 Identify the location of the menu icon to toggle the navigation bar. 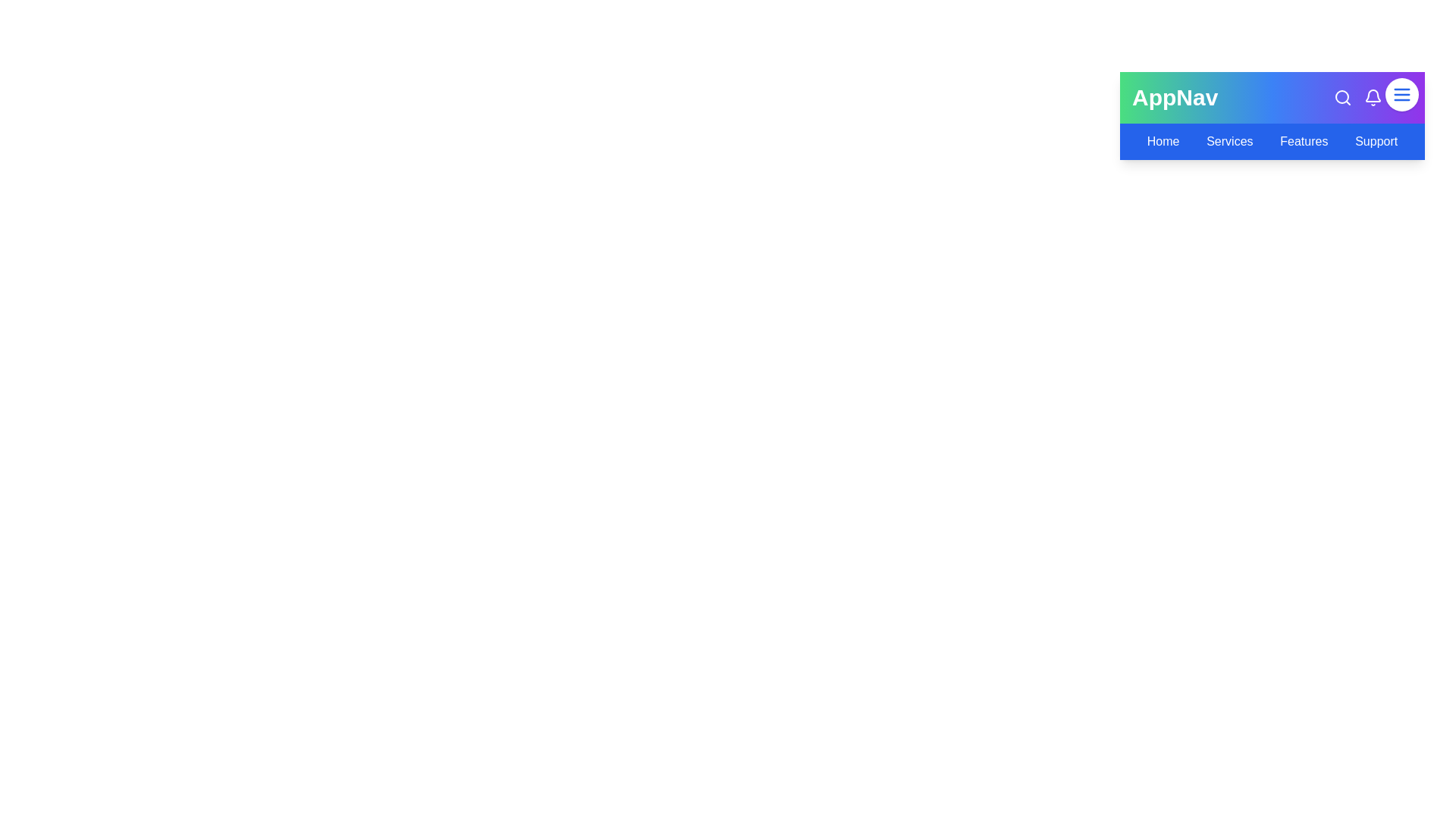
(1401, 94).